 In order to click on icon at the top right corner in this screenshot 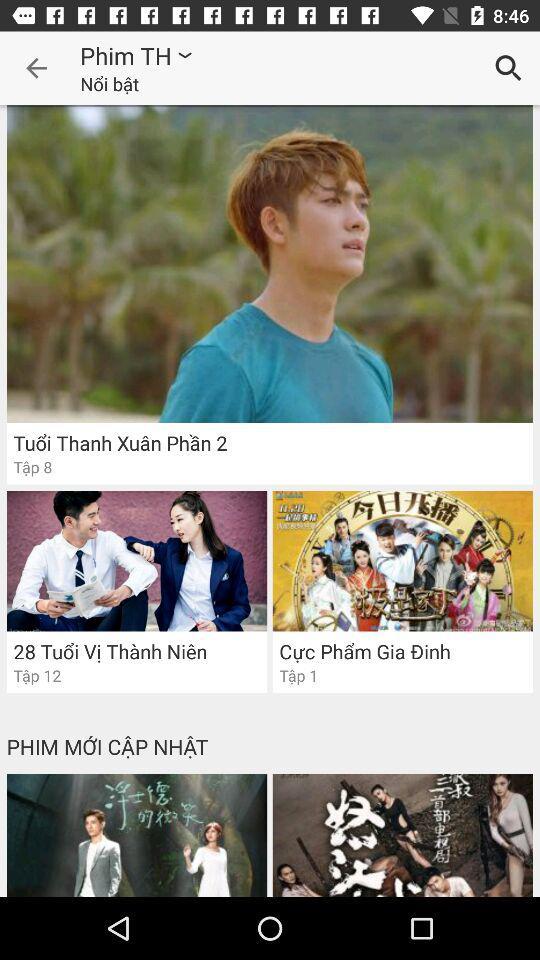, I will do `click(508, 68)`.